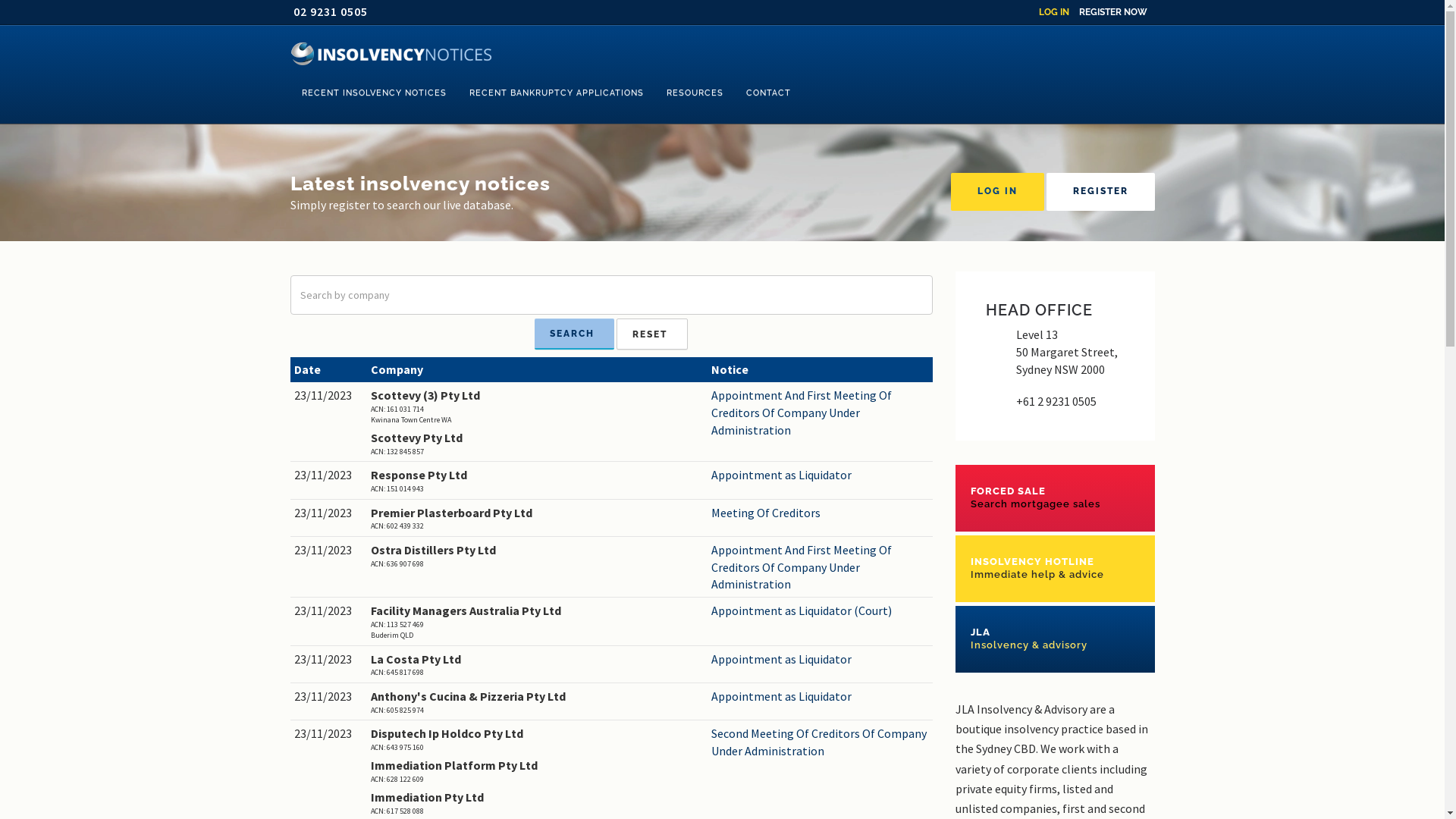  What do you see at coordinates (954, 639) in the screenshot?
I see `'JLA` at bounding box center [954, 639].